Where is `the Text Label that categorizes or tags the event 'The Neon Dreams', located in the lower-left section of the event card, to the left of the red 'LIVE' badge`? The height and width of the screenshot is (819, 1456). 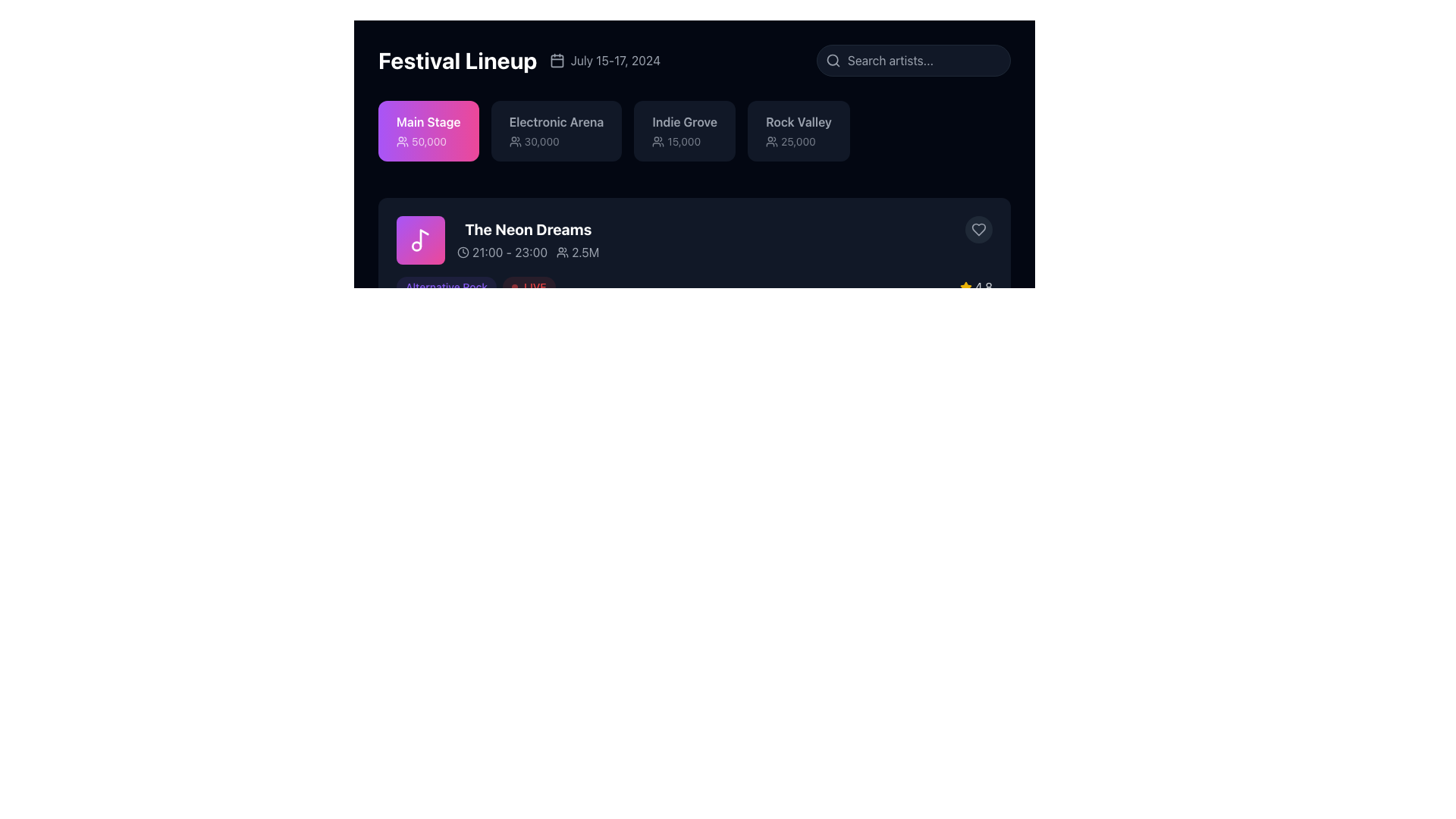 the Text Label that categorizes or tags the event 'The Neon Dreams', located in the lower-left section of the event card, to the left of the red 'LIVE' badge is located at coordinates (446, 287).